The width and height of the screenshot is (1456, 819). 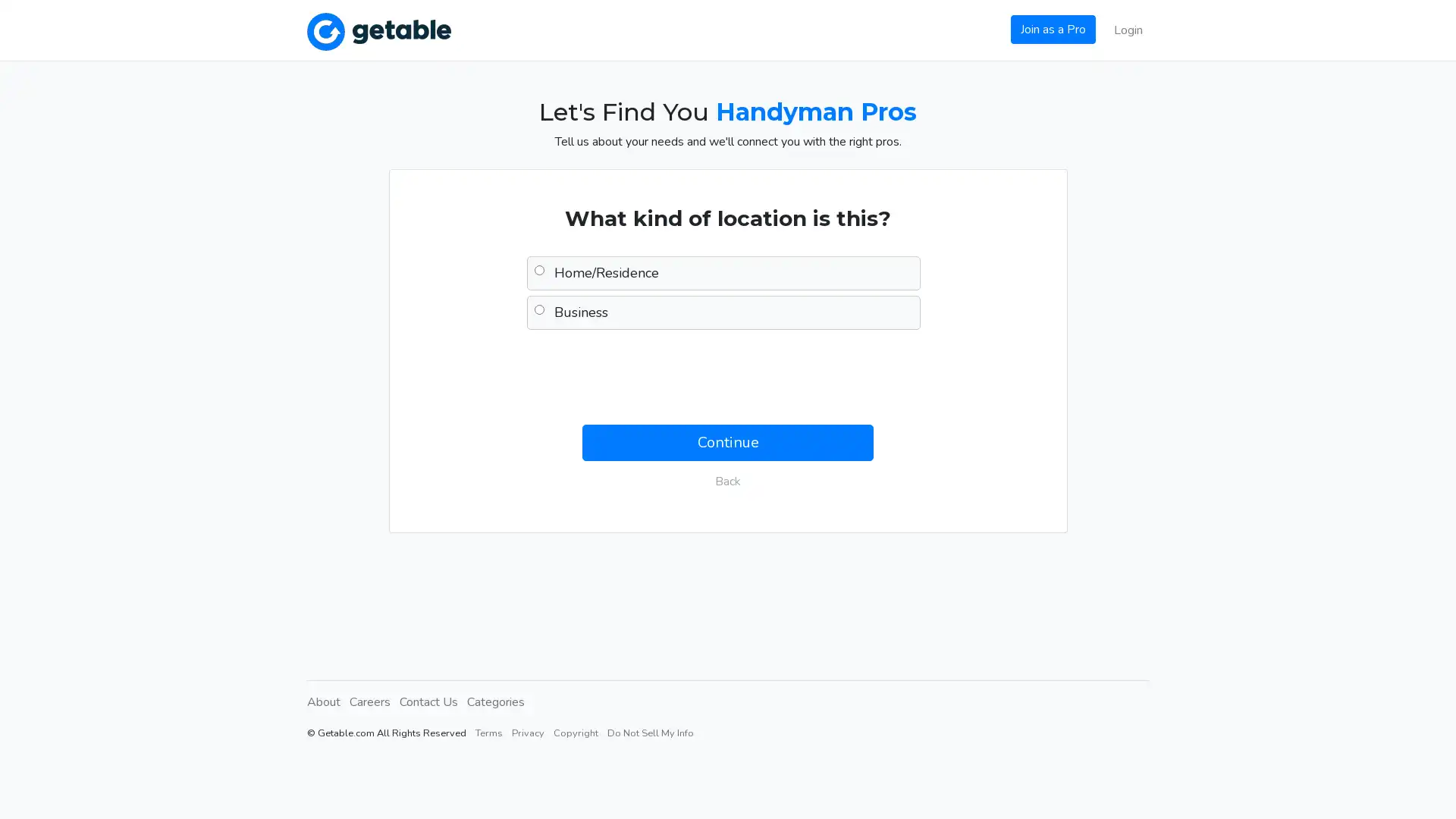 I want to click on Continue, so click(x=726, y=442).